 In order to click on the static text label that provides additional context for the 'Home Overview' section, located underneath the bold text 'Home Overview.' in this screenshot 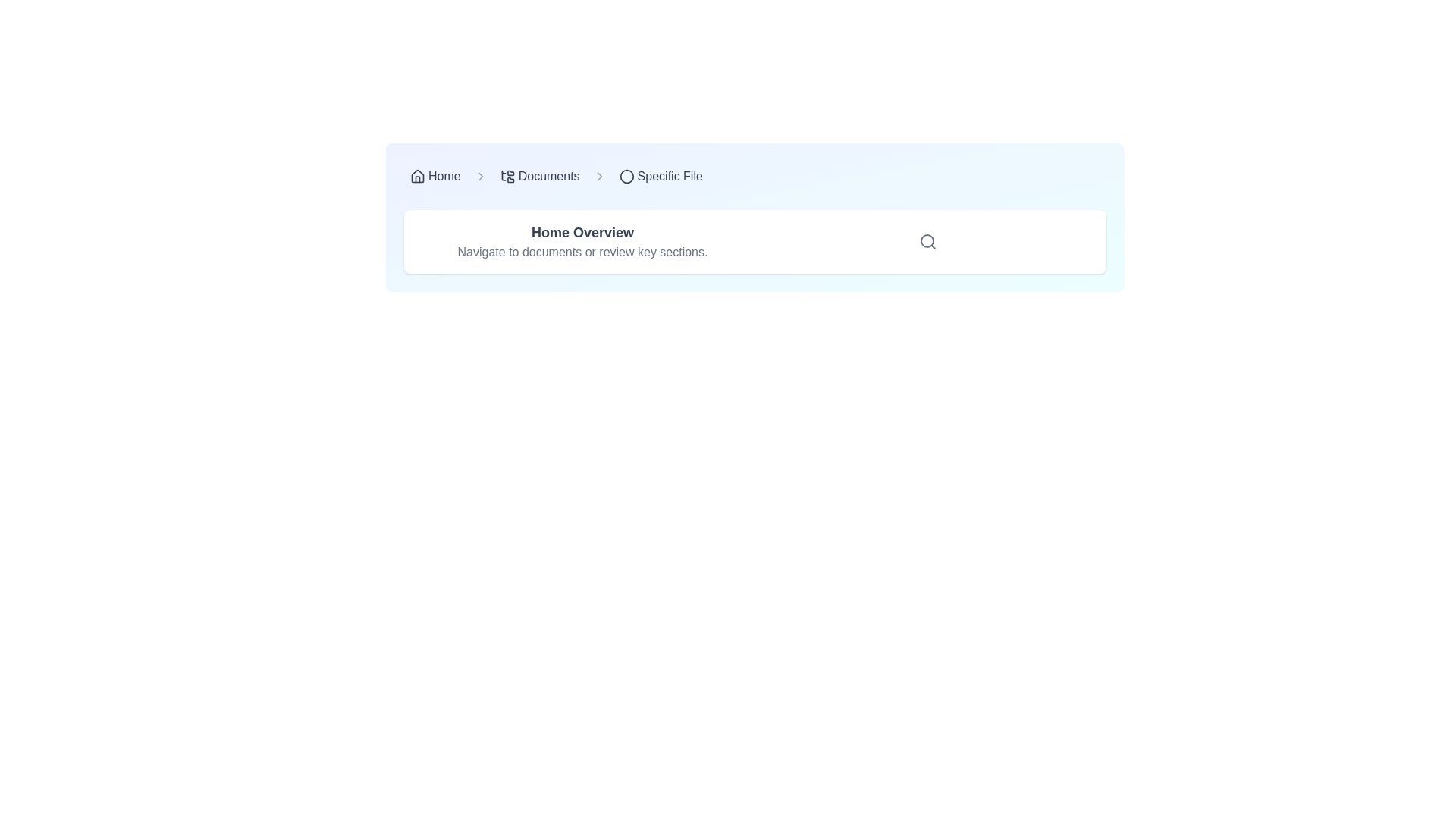, I will do `click(582, 251)`.